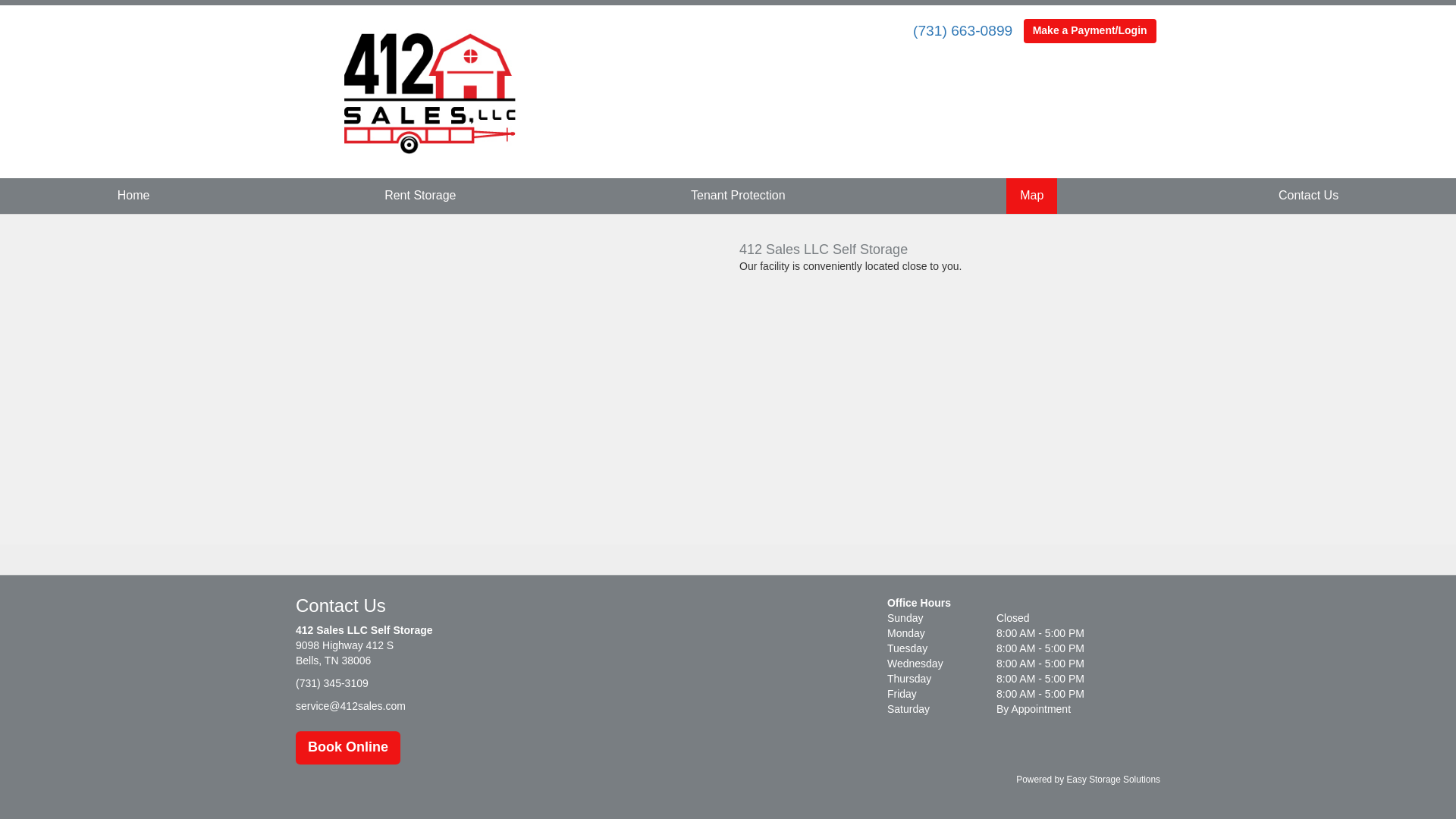  I want to click on 'Contact Us', so click(1307, 195).